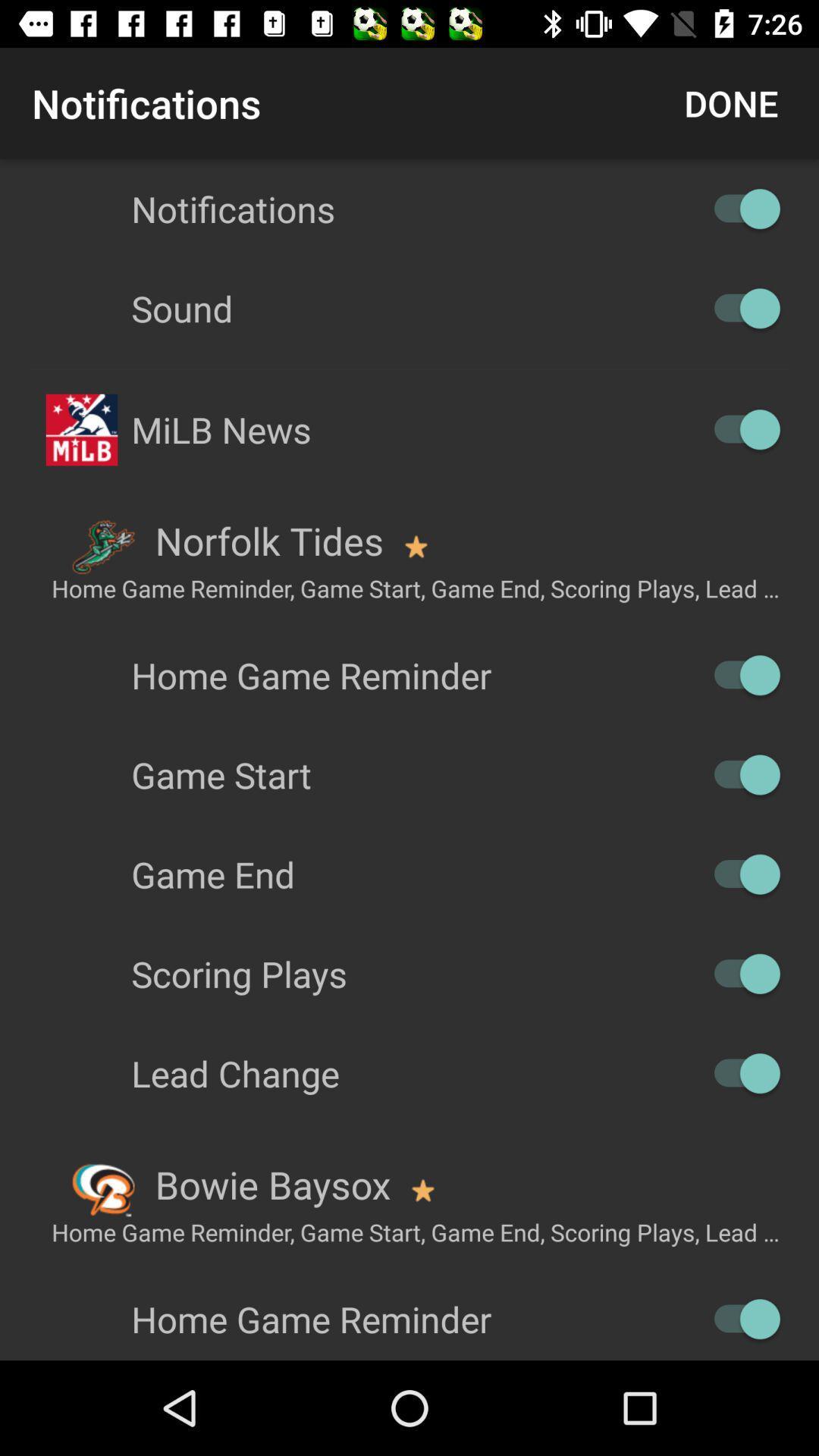 The image size is (819, 1456). I want to click on trun on milb news notification, so click(739, 428).